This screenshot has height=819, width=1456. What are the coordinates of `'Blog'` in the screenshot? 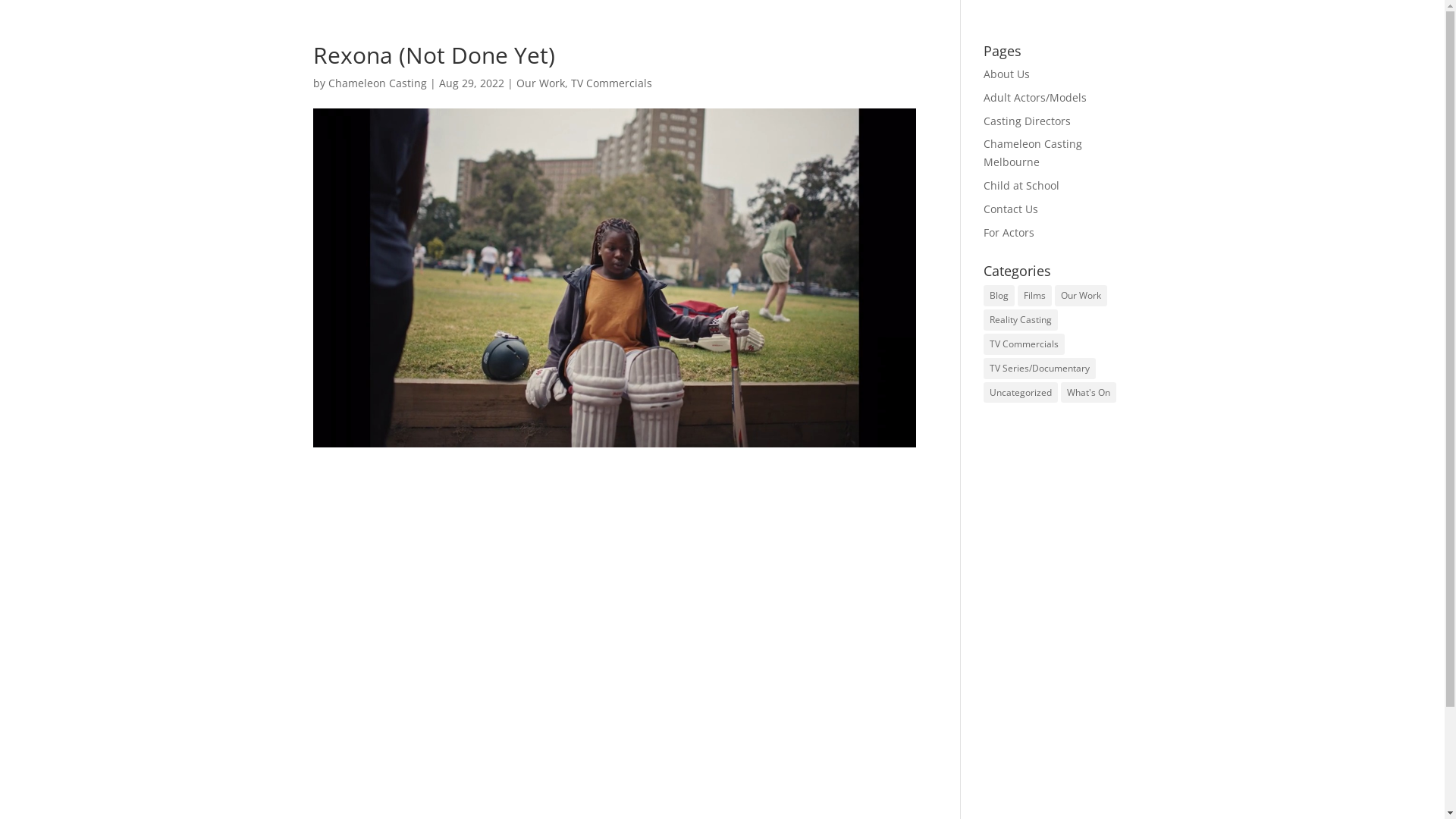 It's located at (999, 295).